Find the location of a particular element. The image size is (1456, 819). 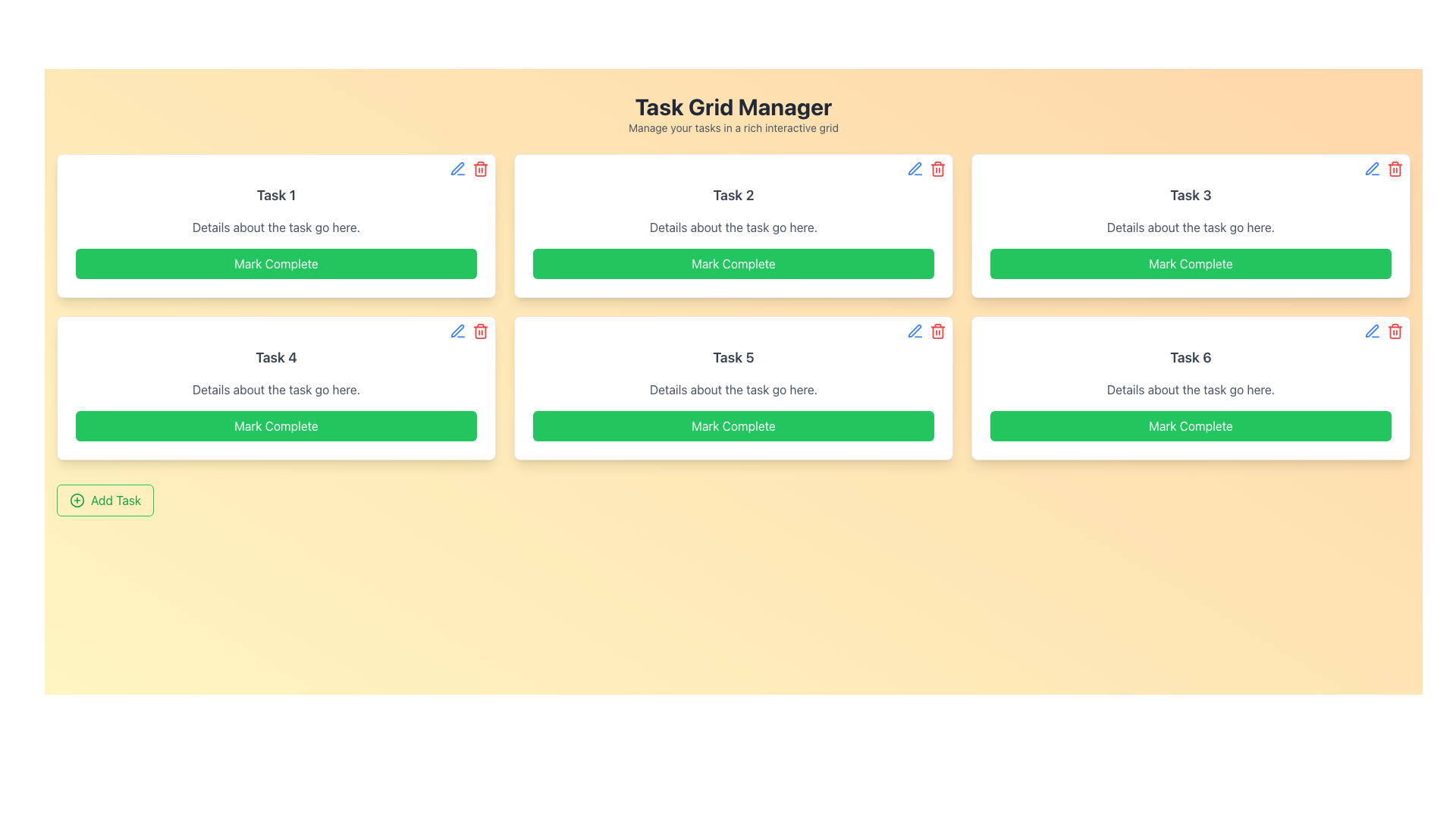

the delete button located as the second icon in the rightmost section of the top header of the task card is located at coordinates (937, 330).